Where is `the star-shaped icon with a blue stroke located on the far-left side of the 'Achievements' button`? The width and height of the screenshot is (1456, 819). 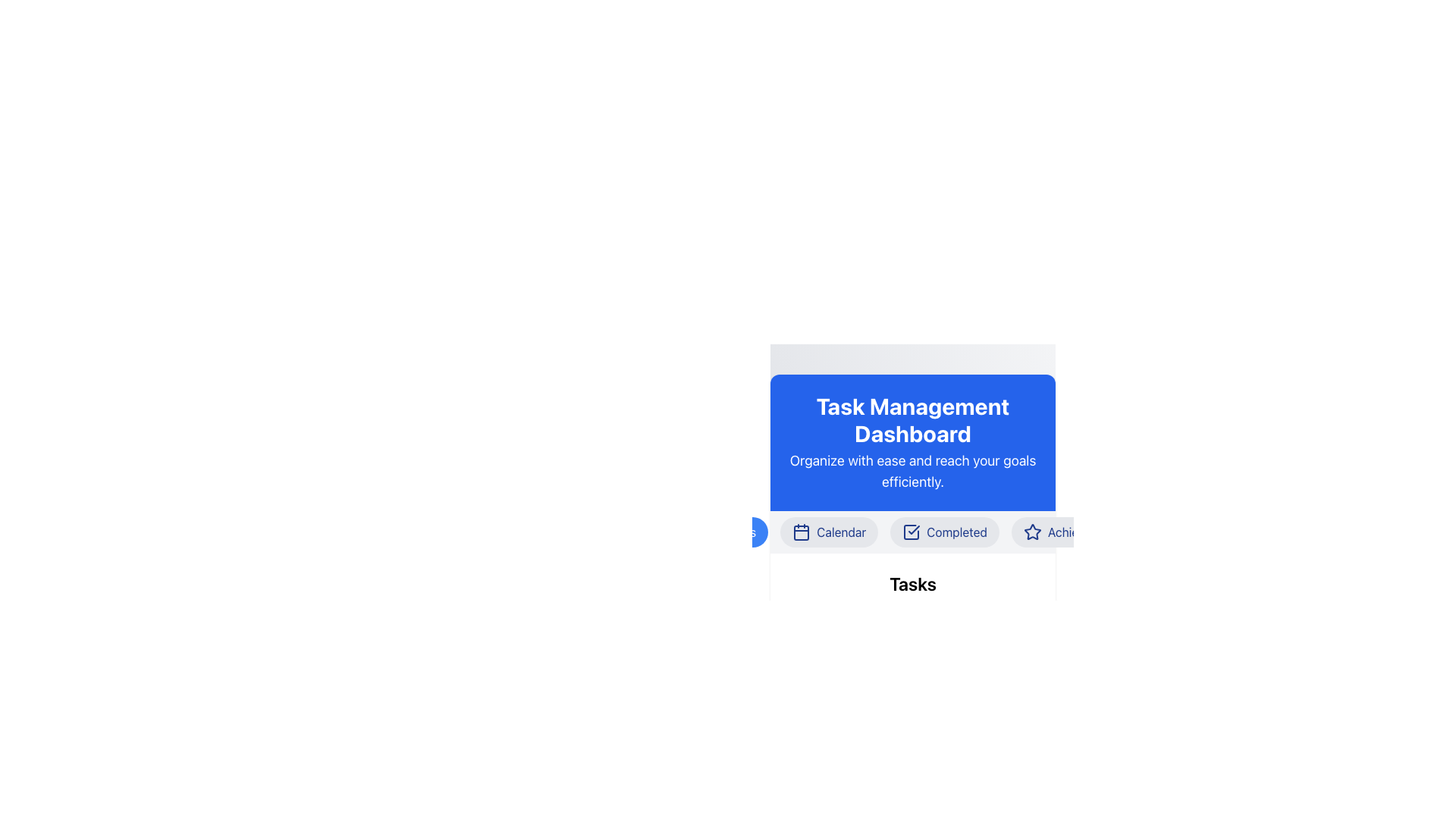 the star-shaped icon with a blue stroke located on the far-left side of the 'Achievements' button is located at coordinates (1031, 532).